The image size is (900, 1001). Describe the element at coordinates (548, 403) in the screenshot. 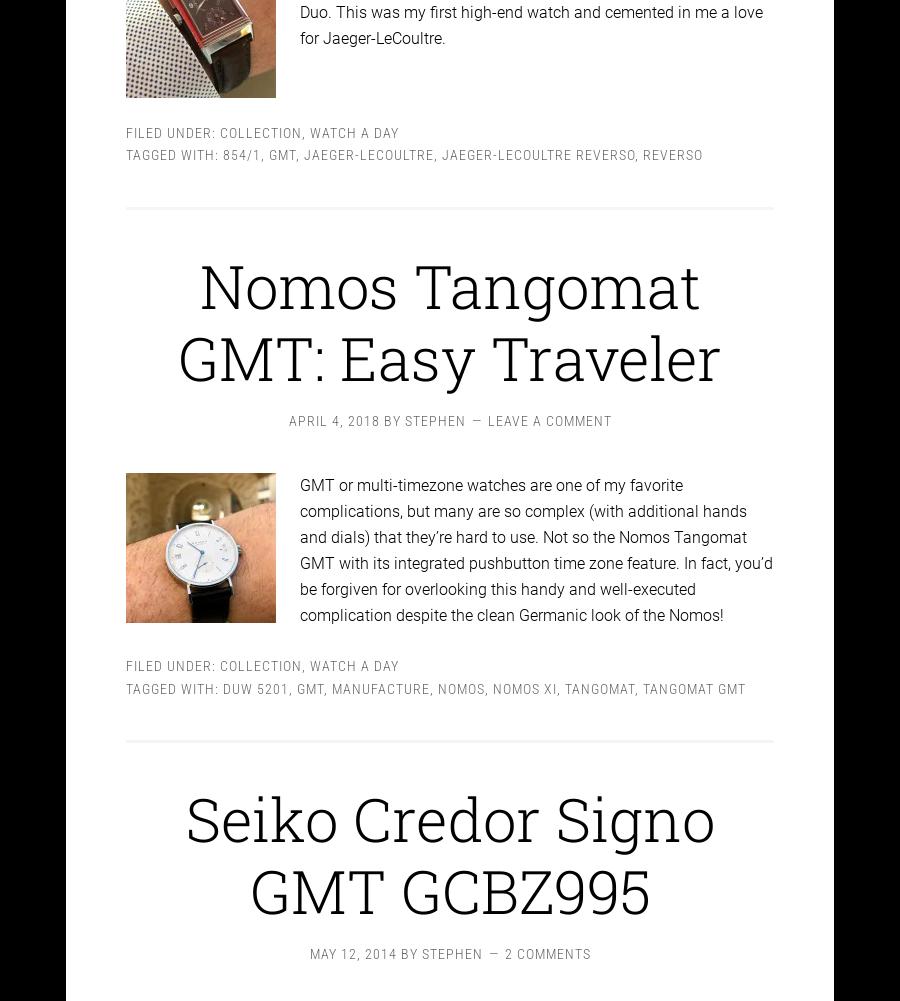

I see `'Leave a Comment'` at that location.